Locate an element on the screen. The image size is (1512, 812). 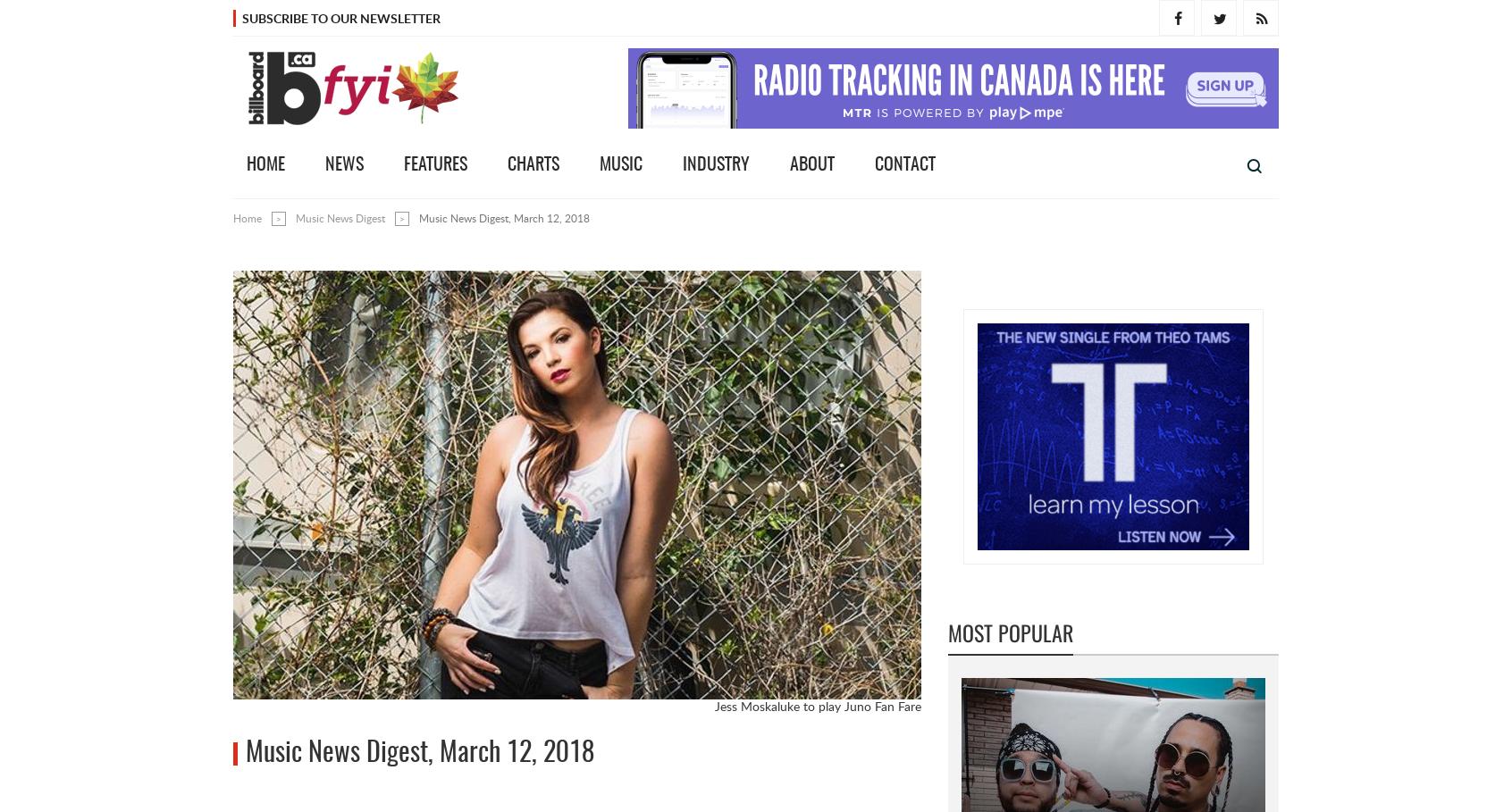
'all categories' is located at coordinates (1117, 166).